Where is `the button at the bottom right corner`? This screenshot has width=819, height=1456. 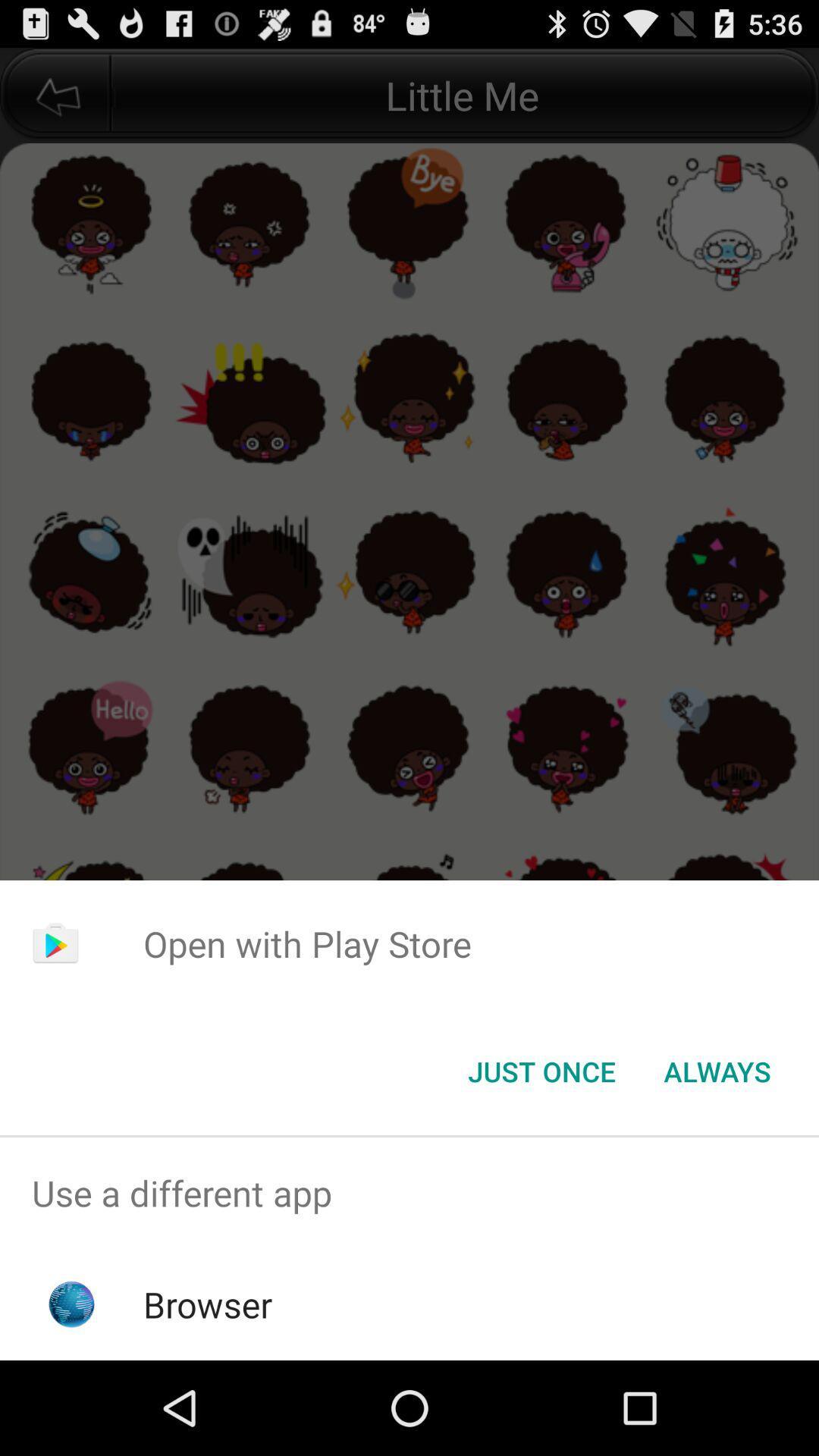
the button at the bottom right corner is located at coordinates (717, 1070).